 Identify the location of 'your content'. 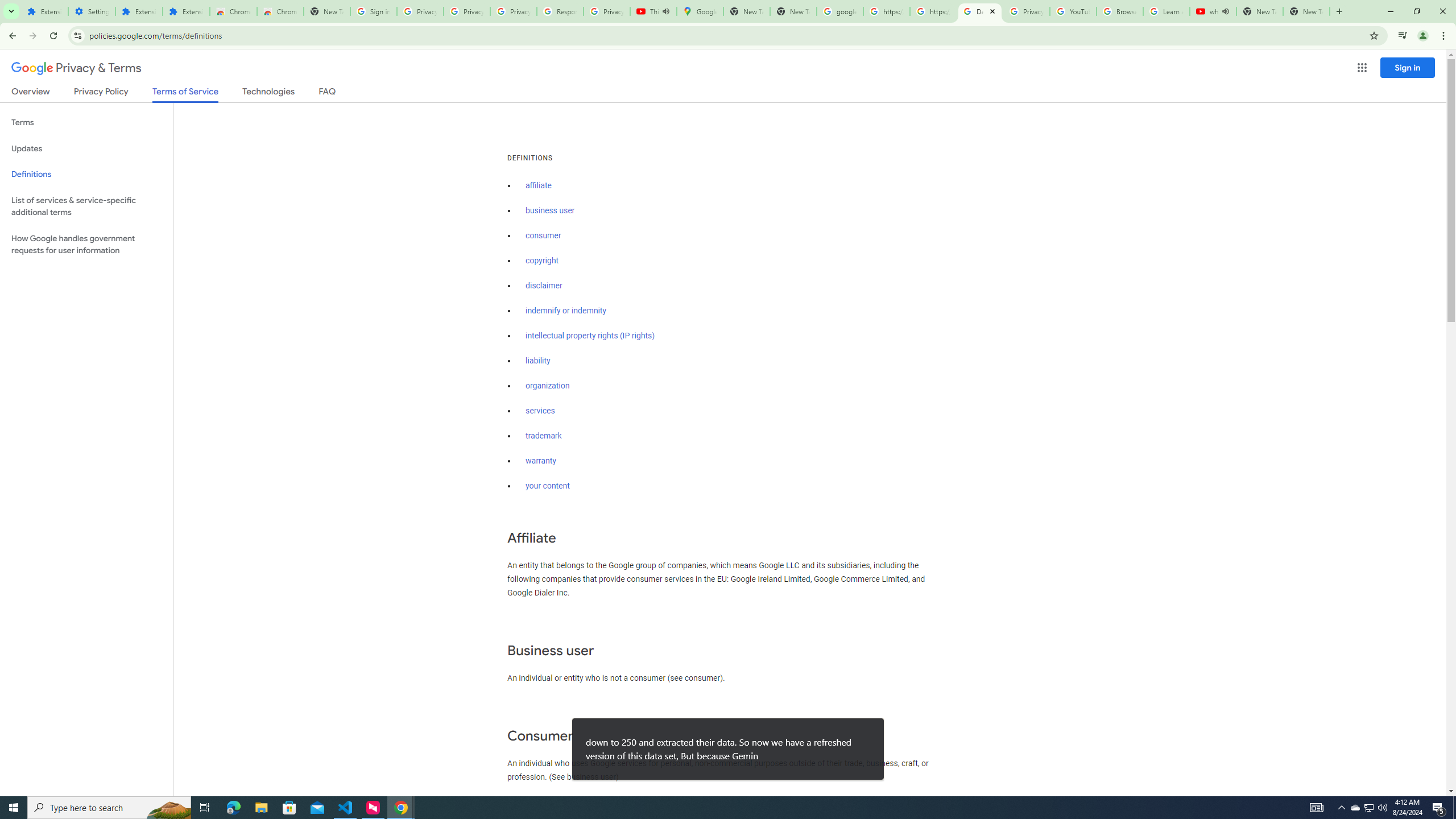
(547, 486).